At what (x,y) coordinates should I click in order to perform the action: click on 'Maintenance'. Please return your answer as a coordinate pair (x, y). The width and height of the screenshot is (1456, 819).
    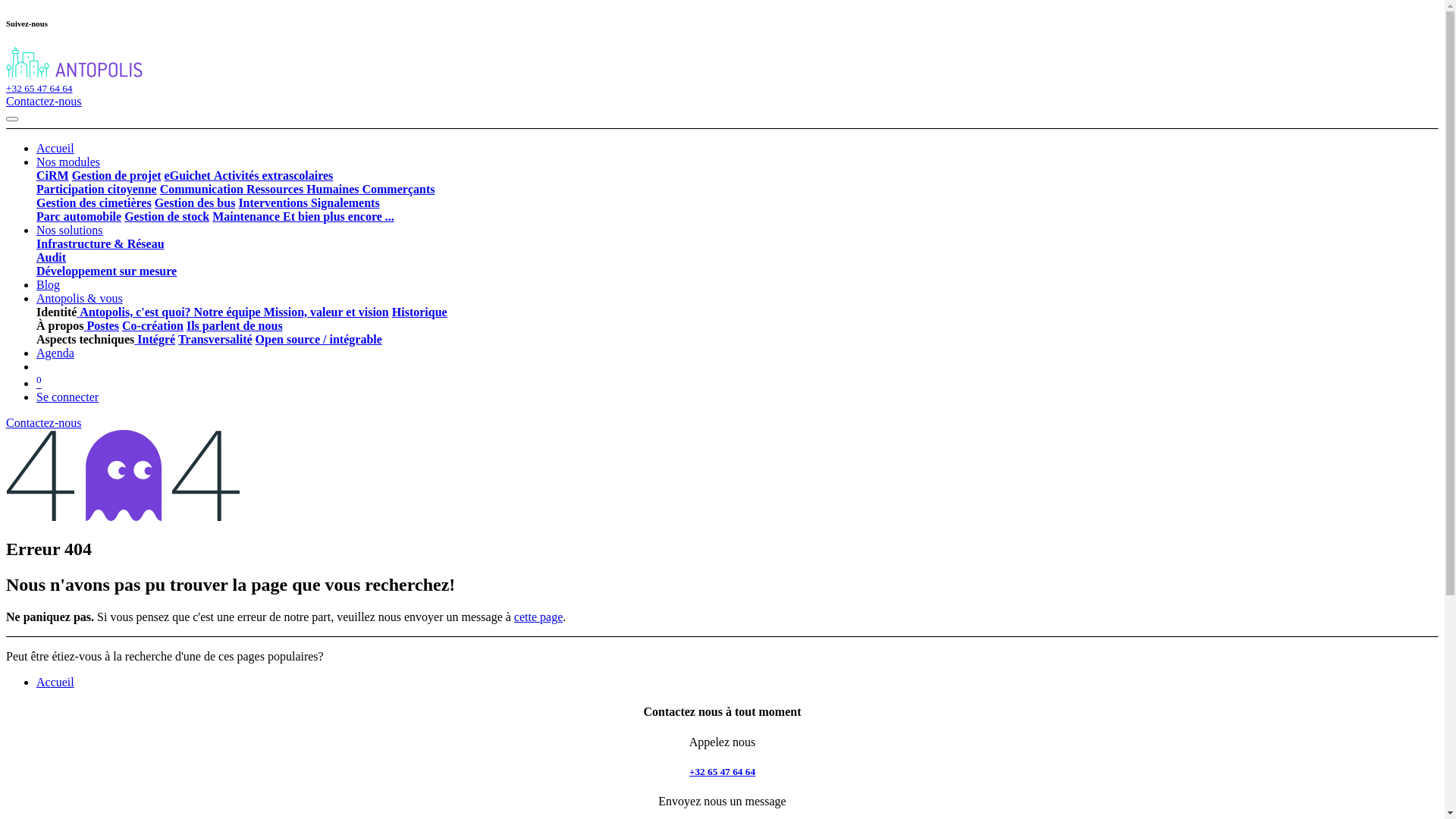
    Looking at the image, I should click on (246, 216).